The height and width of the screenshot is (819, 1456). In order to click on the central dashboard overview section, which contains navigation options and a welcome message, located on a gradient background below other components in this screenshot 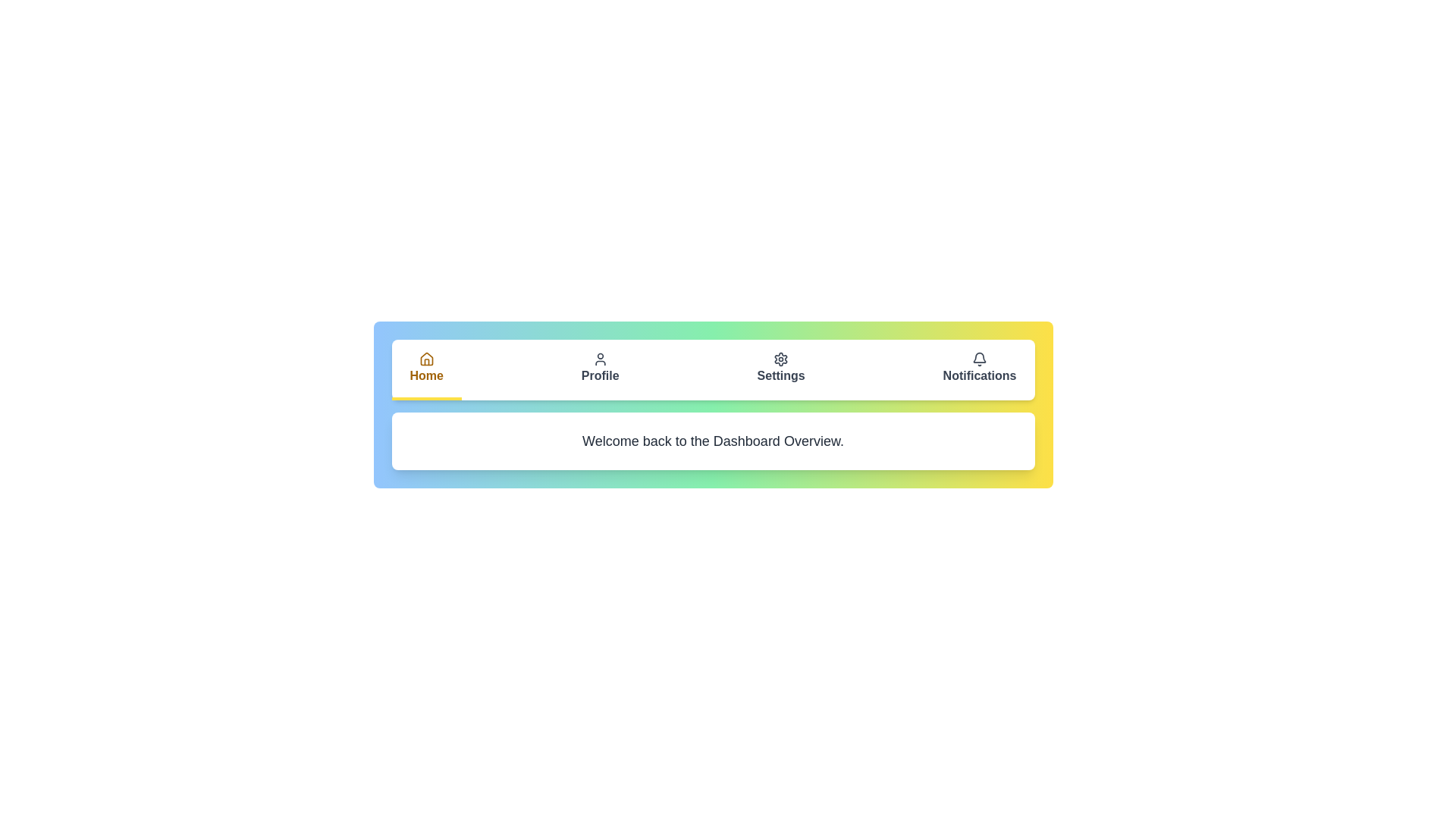, I will do `click(712, 403)`.